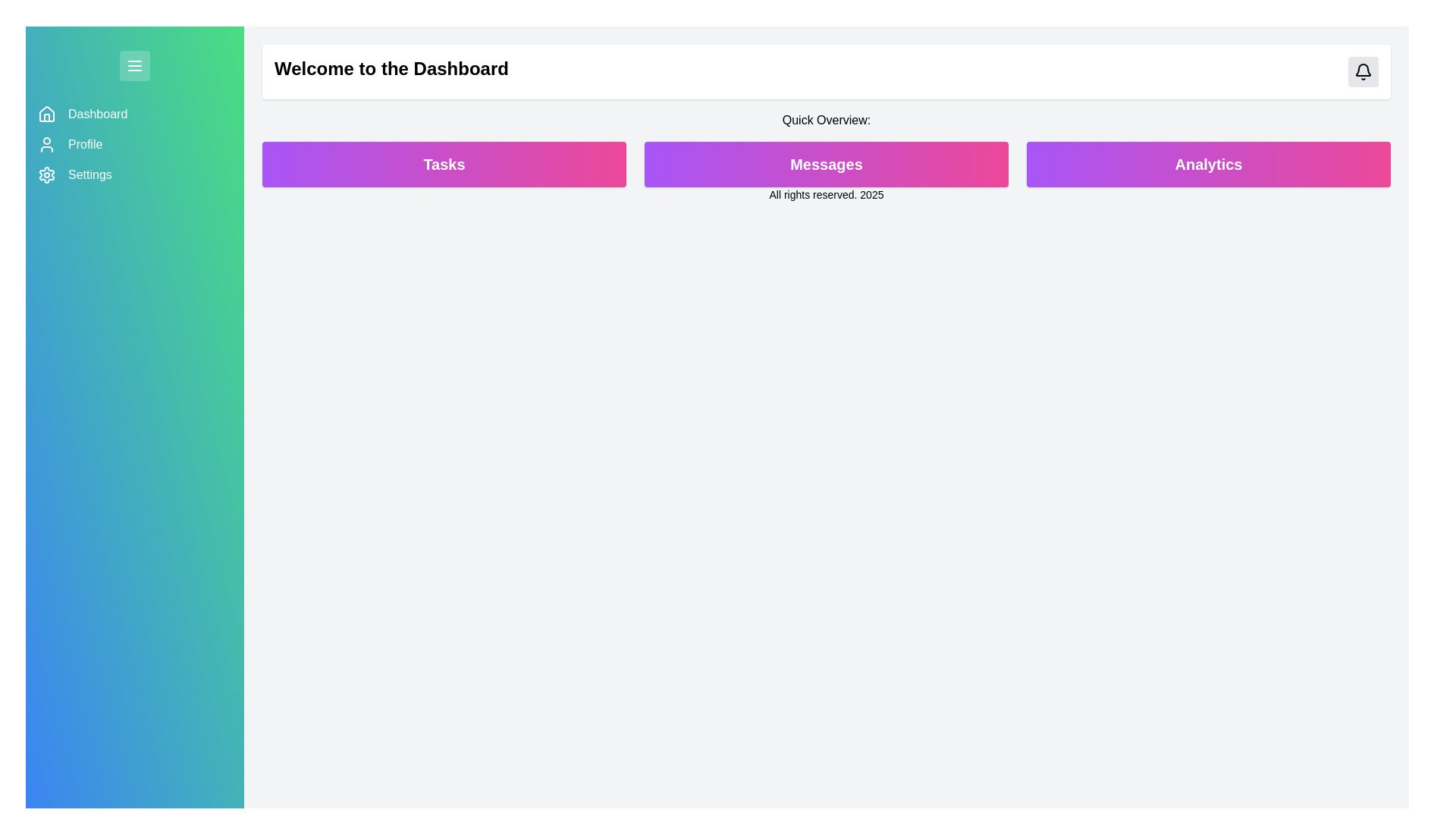 The height and width of the screenshot is (819, 1456). I want to click on the 'Settings' text label located in the vertical navigation menu, so click(89, 174).